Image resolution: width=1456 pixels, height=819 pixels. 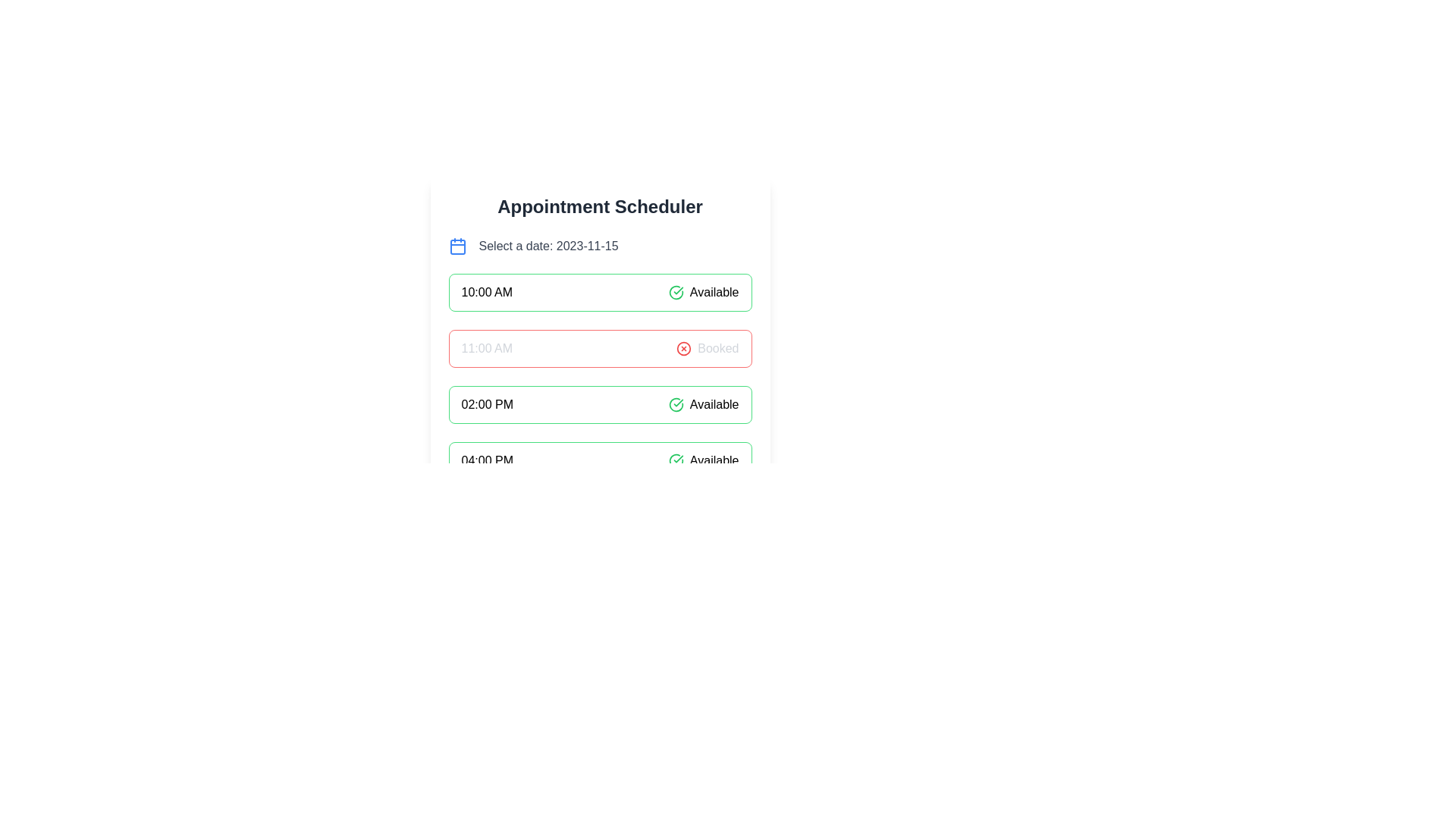 I want to click on the availability status indicator for the time slot '04:00 PM', located at the bottom-right corner next to the green checkmark icon, so click(x=702, y=460).